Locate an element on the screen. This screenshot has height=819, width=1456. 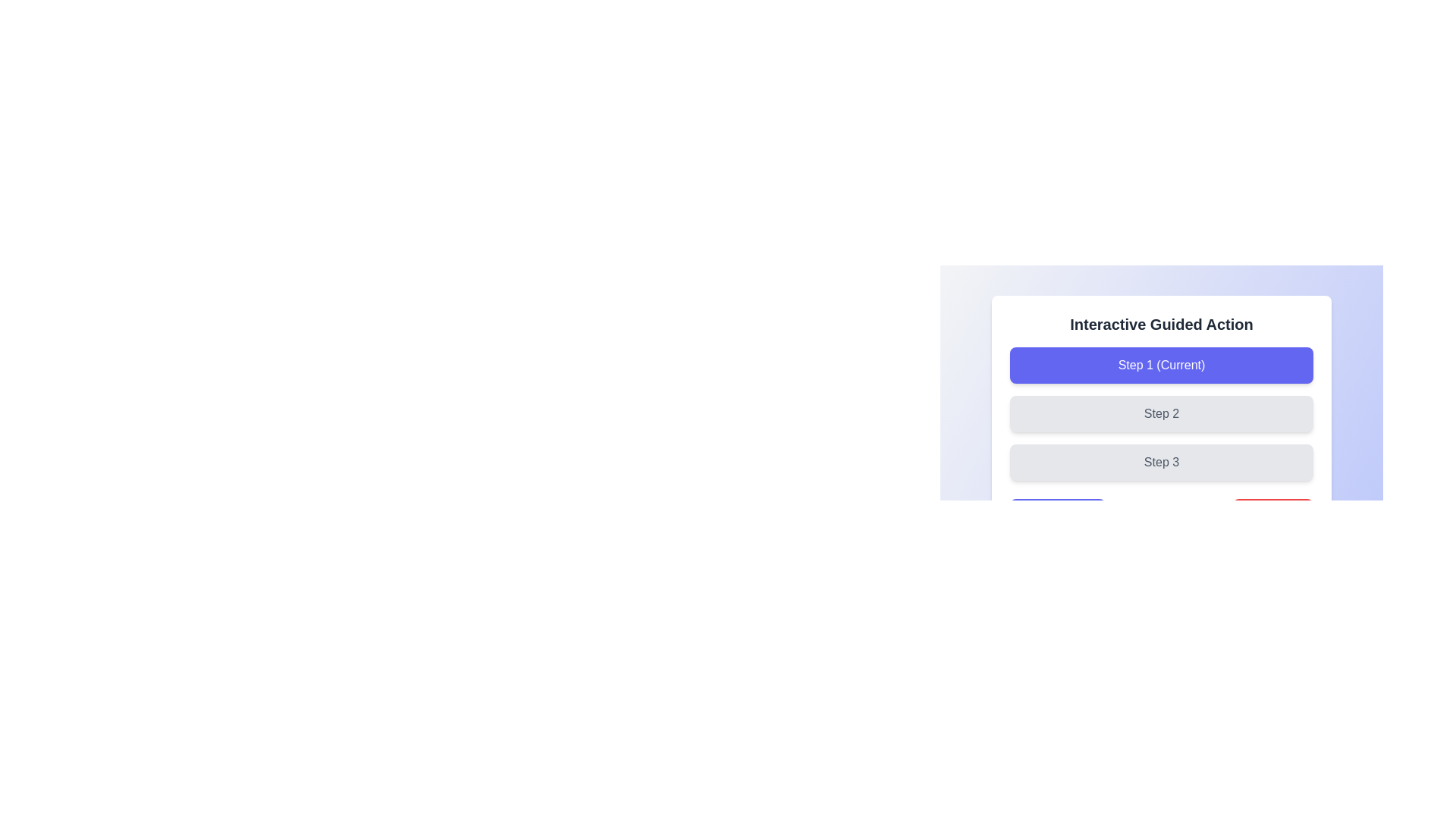
the first step indicator in the multi-step process, which visually marks the active step and is styled as a non-interactive label or button-like component is located at coordinates (1160, 366).